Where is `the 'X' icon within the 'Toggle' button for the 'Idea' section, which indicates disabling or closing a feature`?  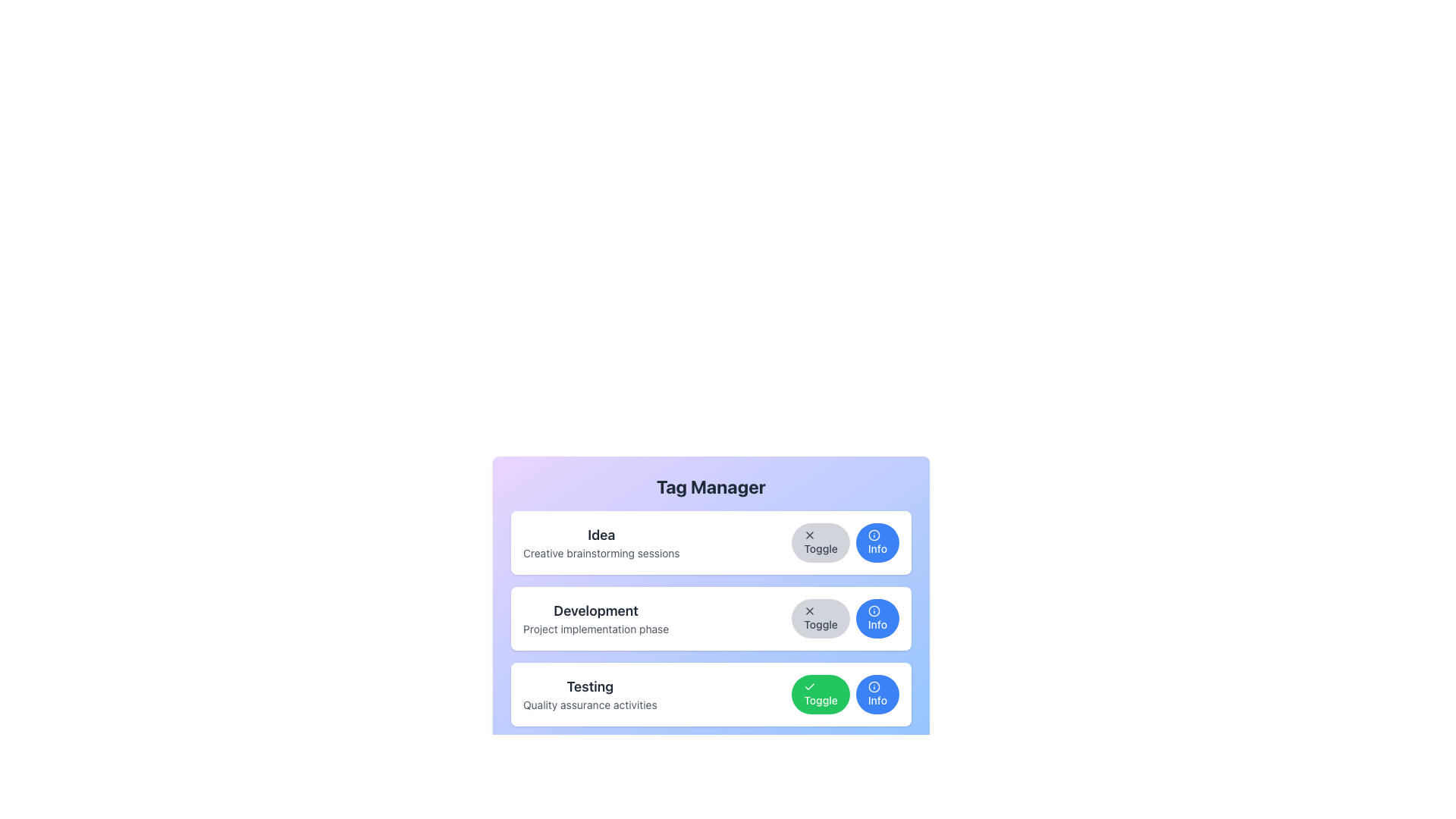
the 'X' icon within the 'Toggle' button for the 'Idea' section, which indicates disabling or closing a feature is located at coordinates (809, 534).